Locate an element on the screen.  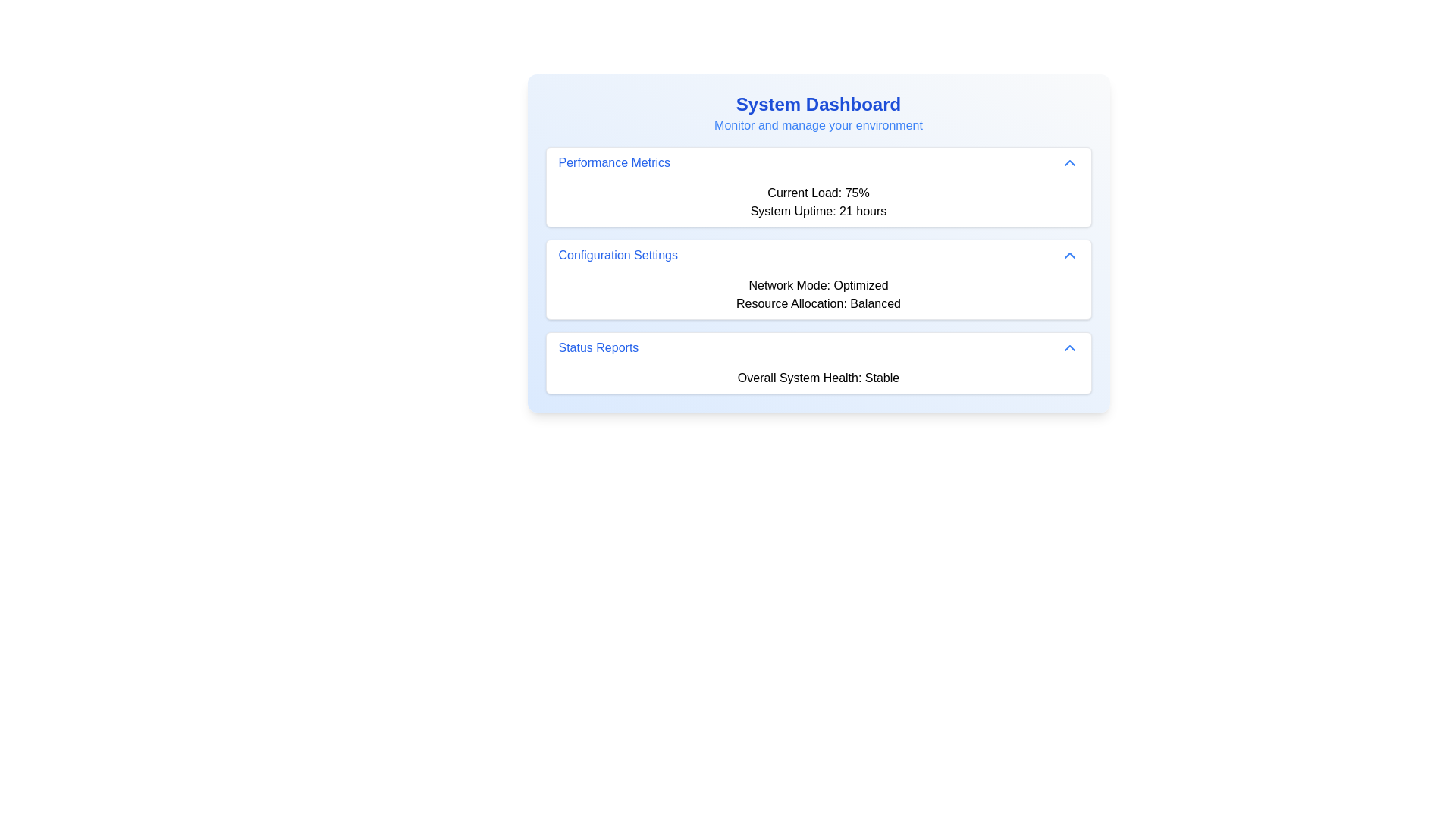
the upward-pointing chevron icon styled in blue, located at the far right of the 'Status Reports' section header is located at coordinates (1068, 348).